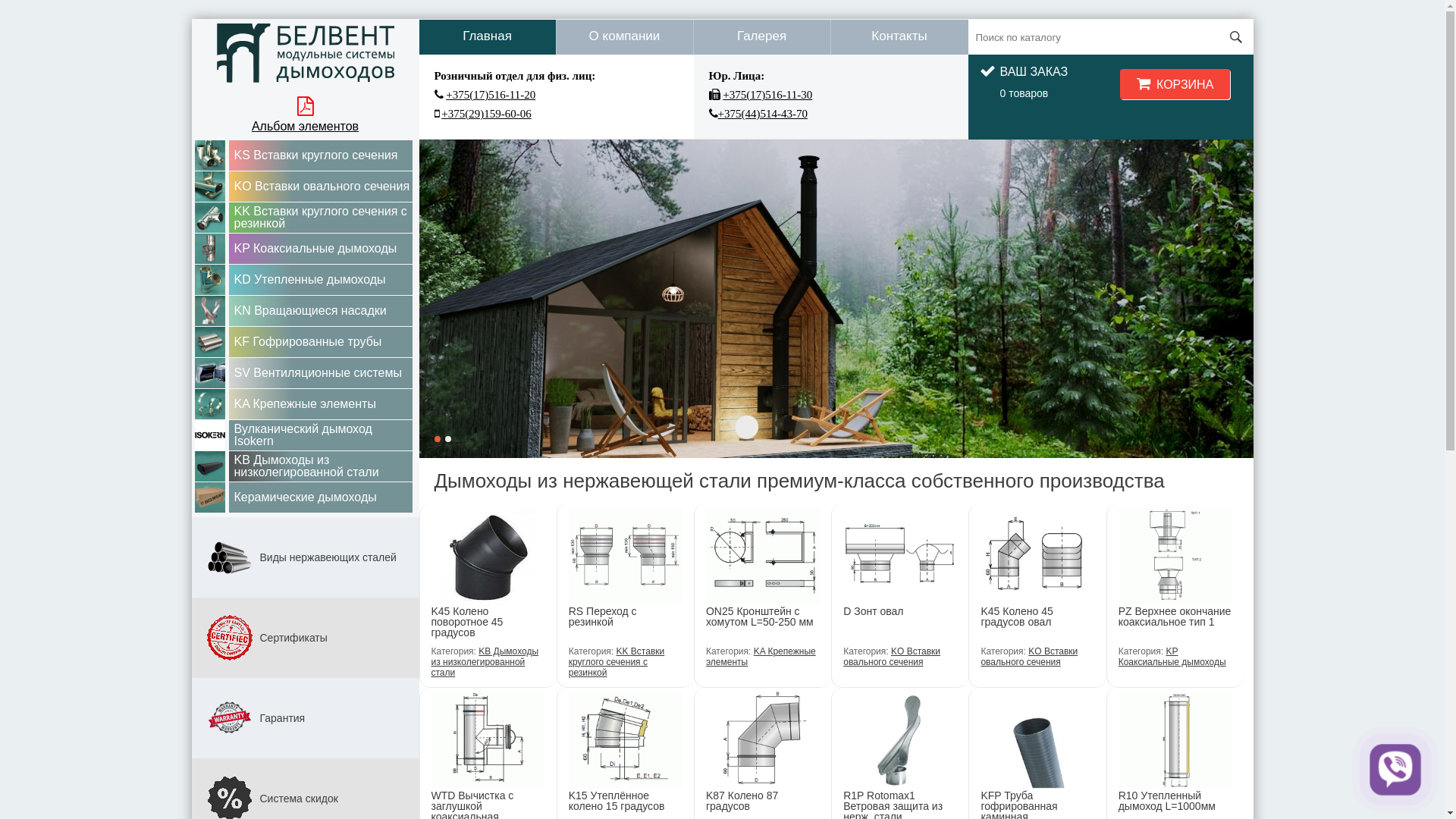 The width and height of the screenshot is (1456, 819). Describe the element at coordinates (436, 438) in the screenshot. I see `'1'` at that location.